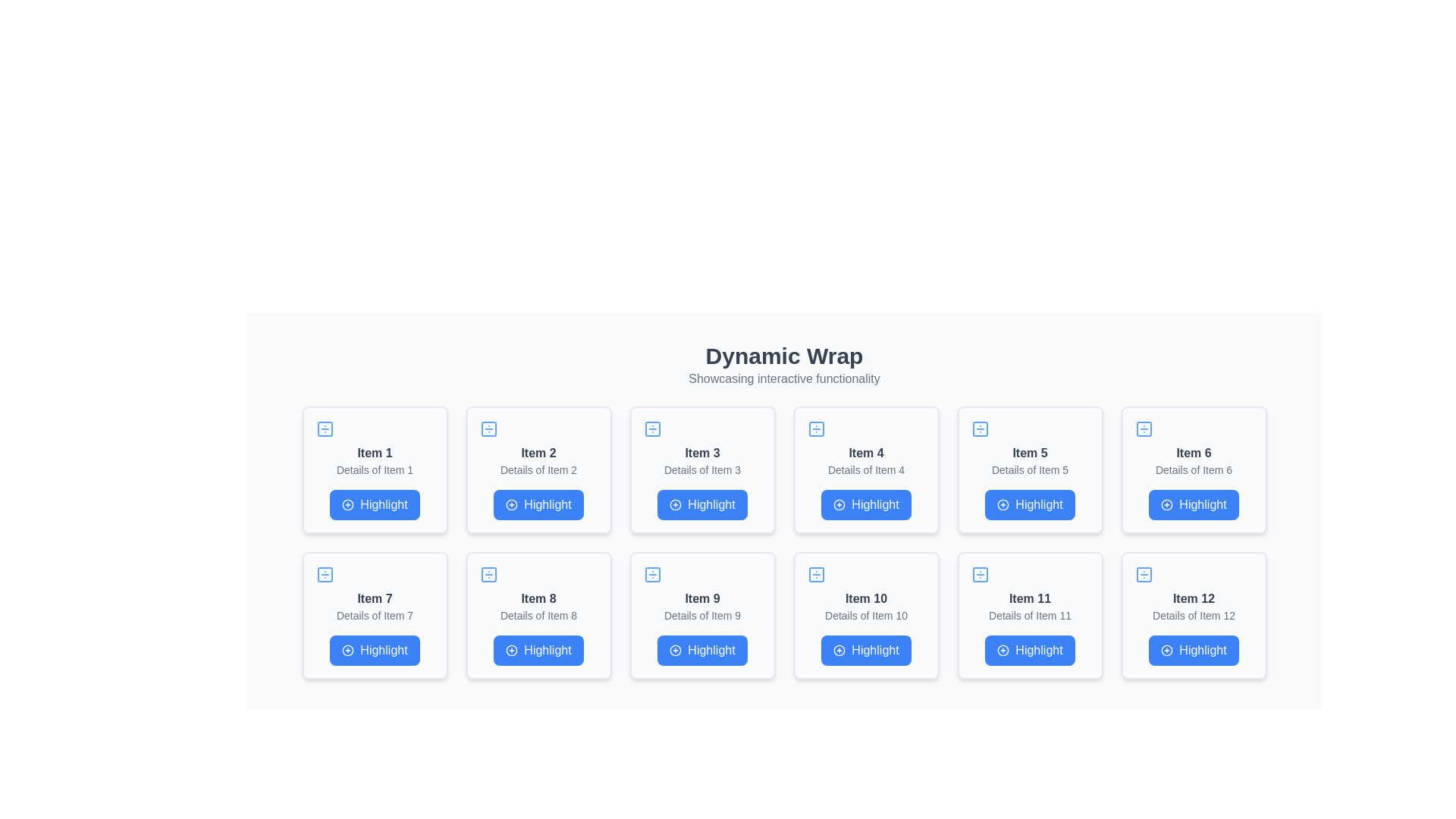  Describe the element at coordinates (1193, 452) in the screenshot. I see `text displayed as 'Item 6' in a bold gray font, located in the card positioned in the second row and third column of the grid layout` at that location.